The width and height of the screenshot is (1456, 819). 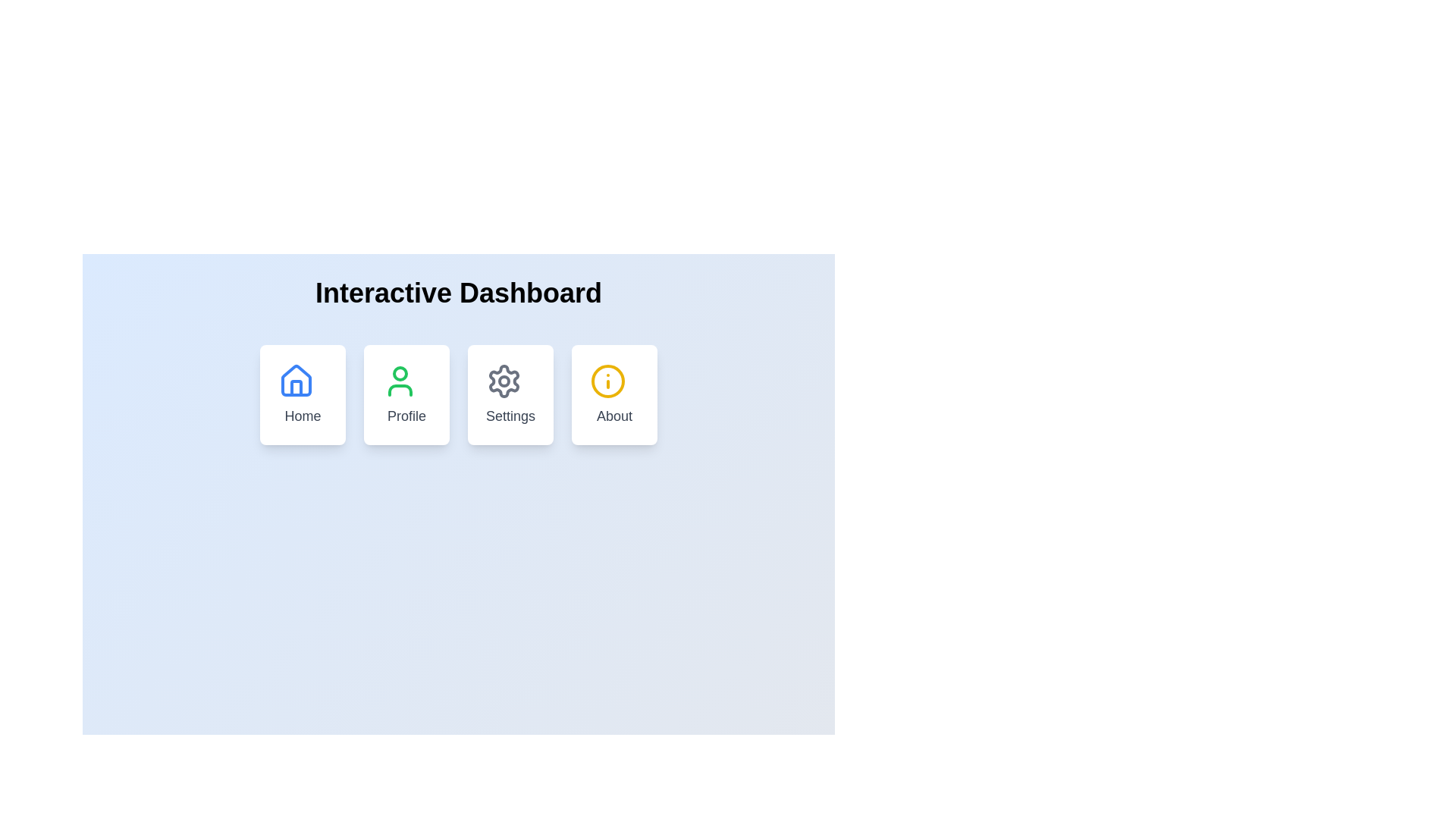 I want to click on the settings icon located at the top-center of the 'Settings' card, which visually represents a settings or configuration feature, so click(x=504, y=380).